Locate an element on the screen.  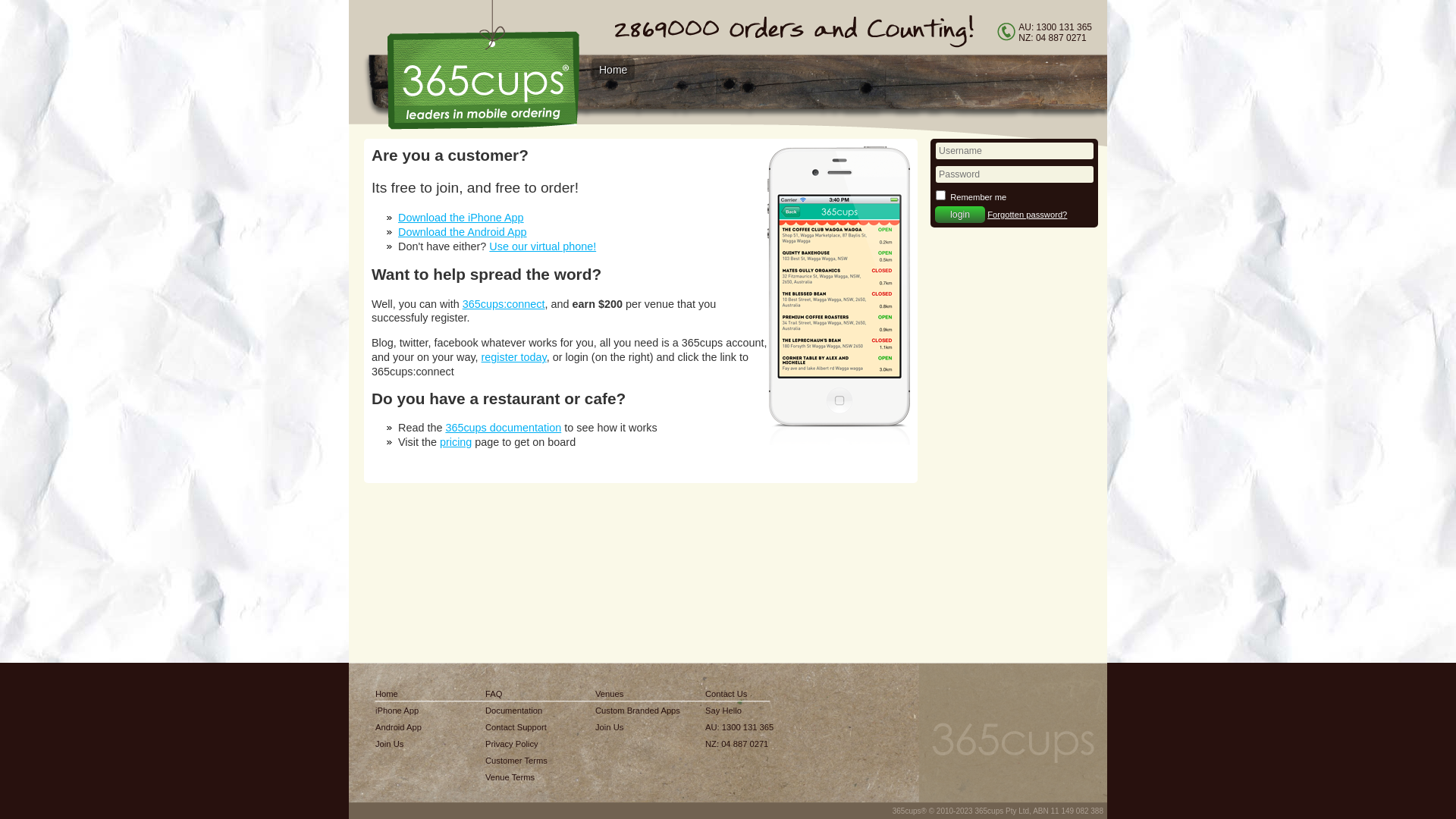
'Contact Us' is located at coordinates (739, 693).